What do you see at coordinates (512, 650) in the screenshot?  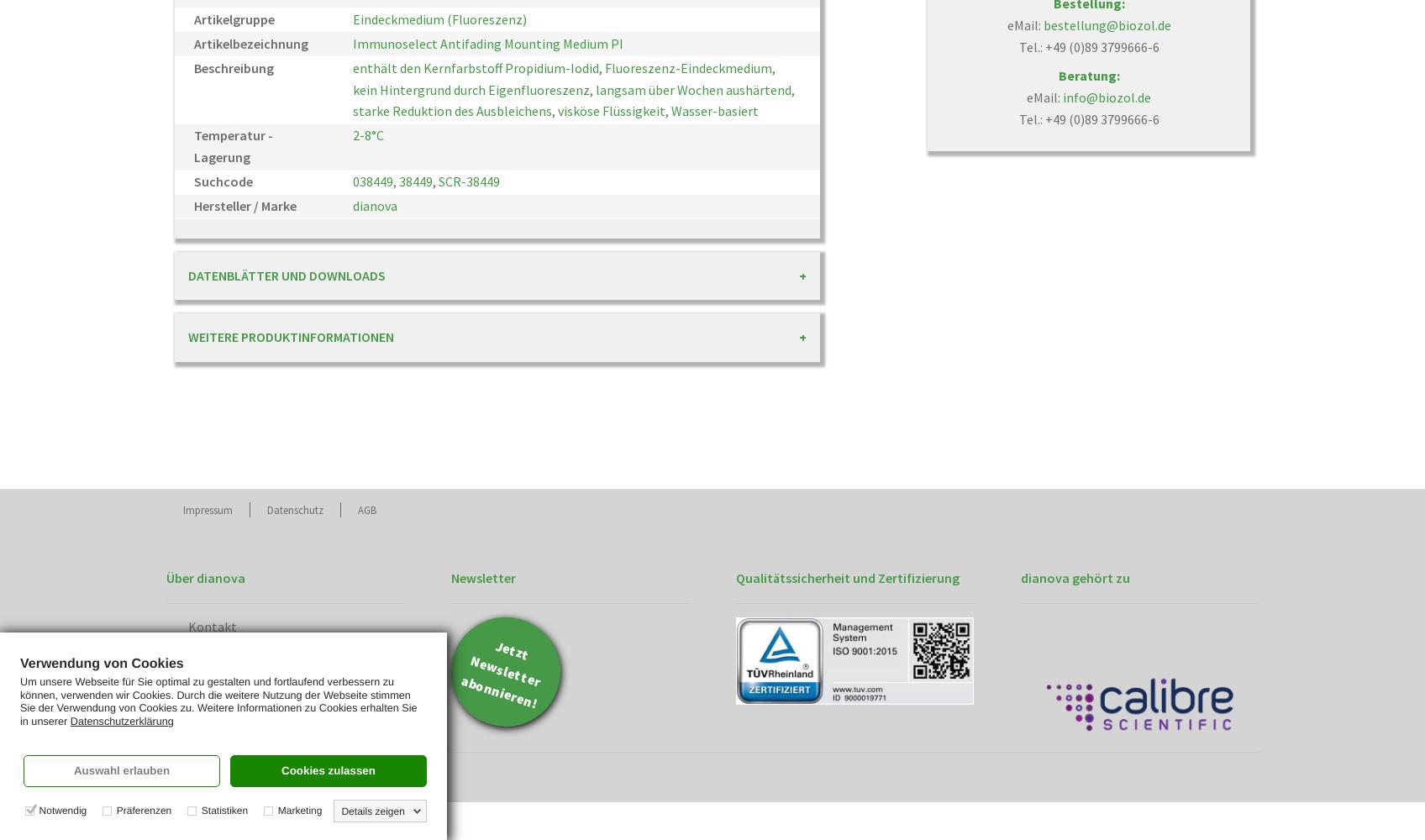 I see `'Jetzt'` at bounding box center [512, 650].